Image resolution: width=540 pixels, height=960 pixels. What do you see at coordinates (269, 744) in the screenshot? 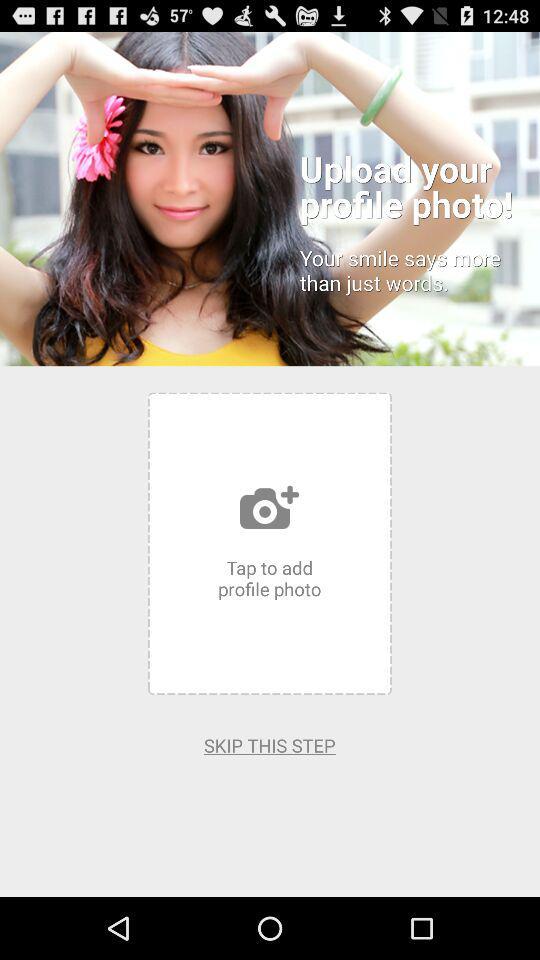
I see `the app at the bottom` at bounding box center [269, 744].